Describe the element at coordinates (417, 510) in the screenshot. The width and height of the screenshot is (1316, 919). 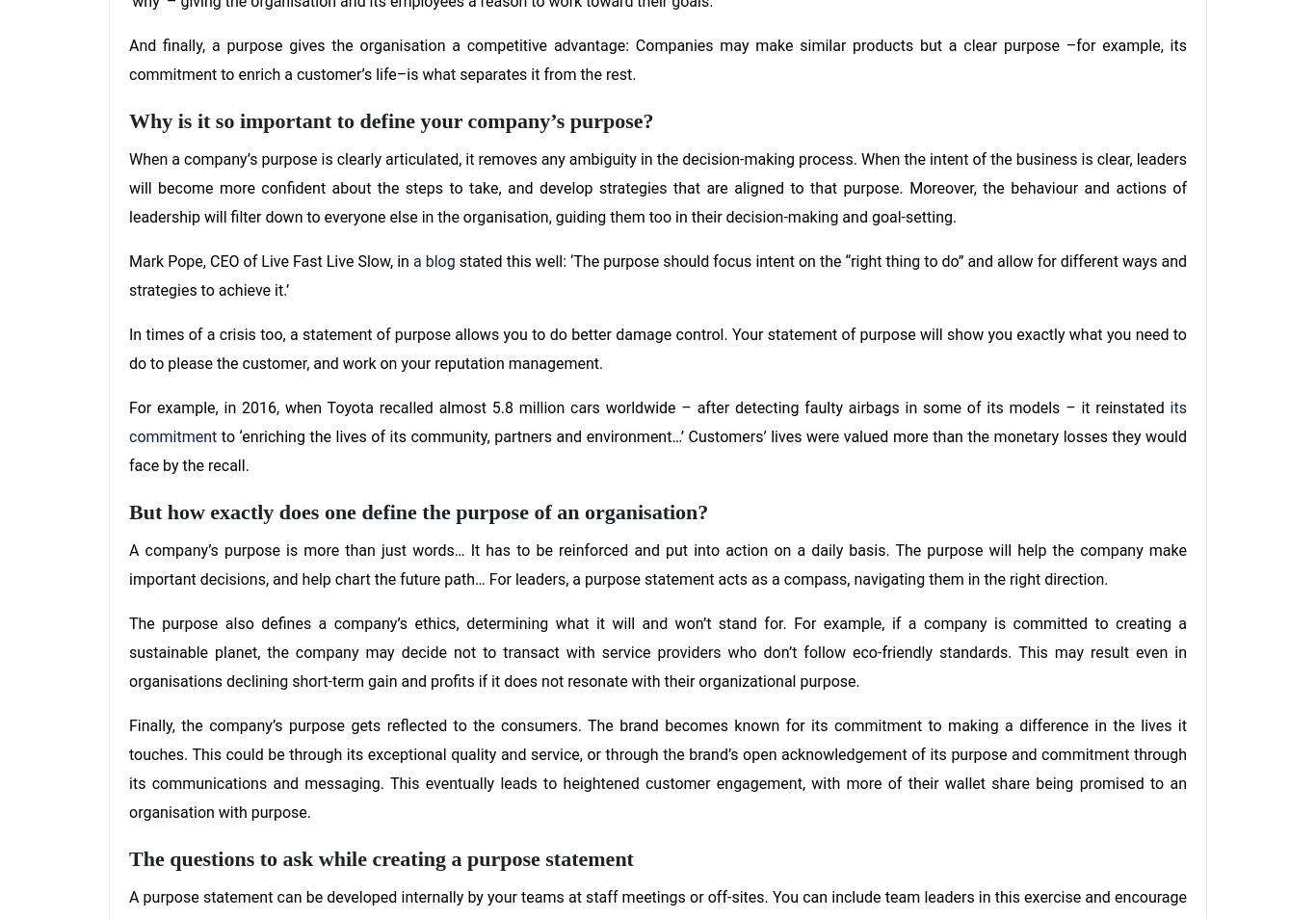
I see `'But how exactly does one define the purpose of an organisation?'` at that location.